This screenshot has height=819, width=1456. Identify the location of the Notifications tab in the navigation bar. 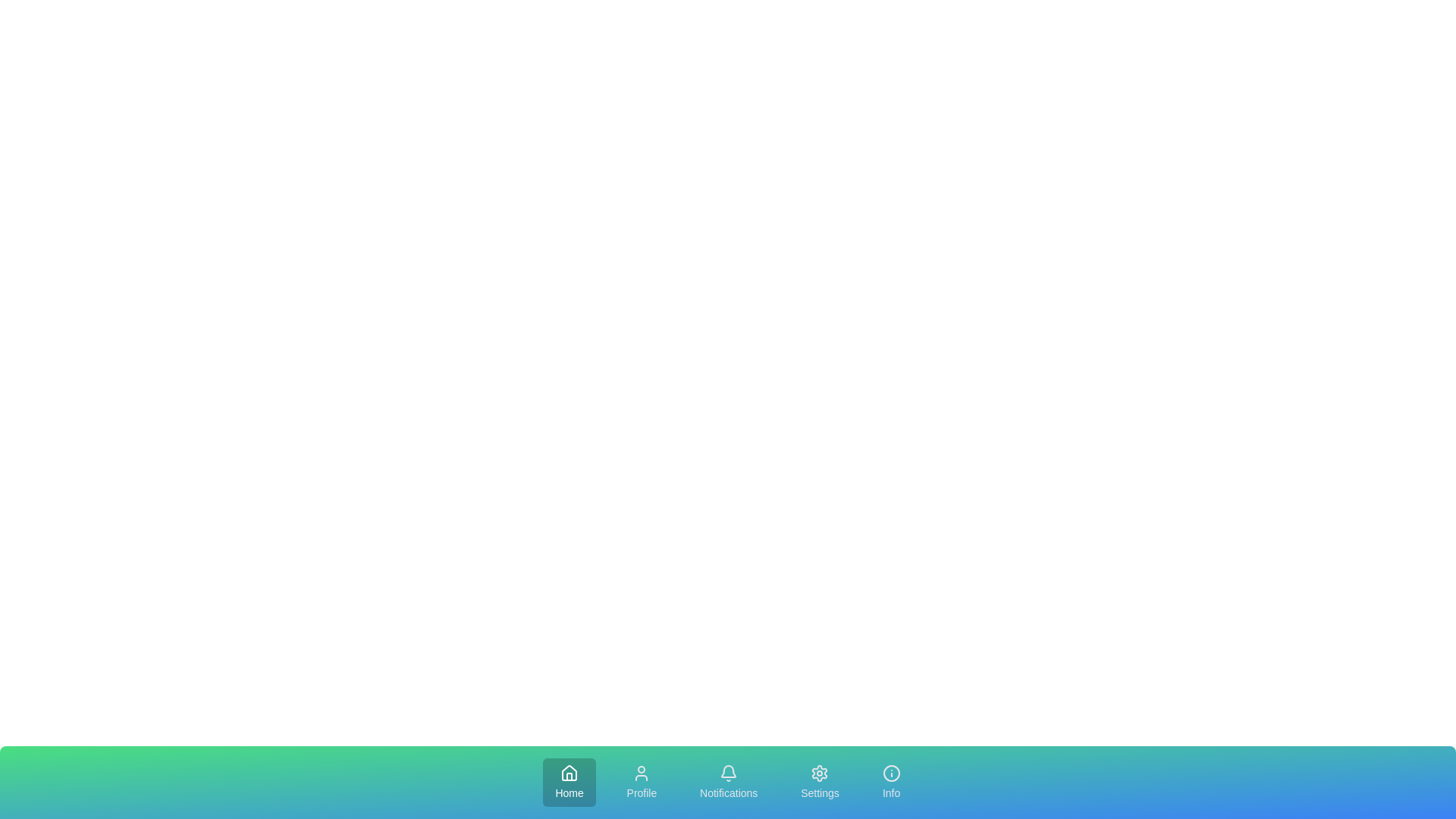
(728, 783).